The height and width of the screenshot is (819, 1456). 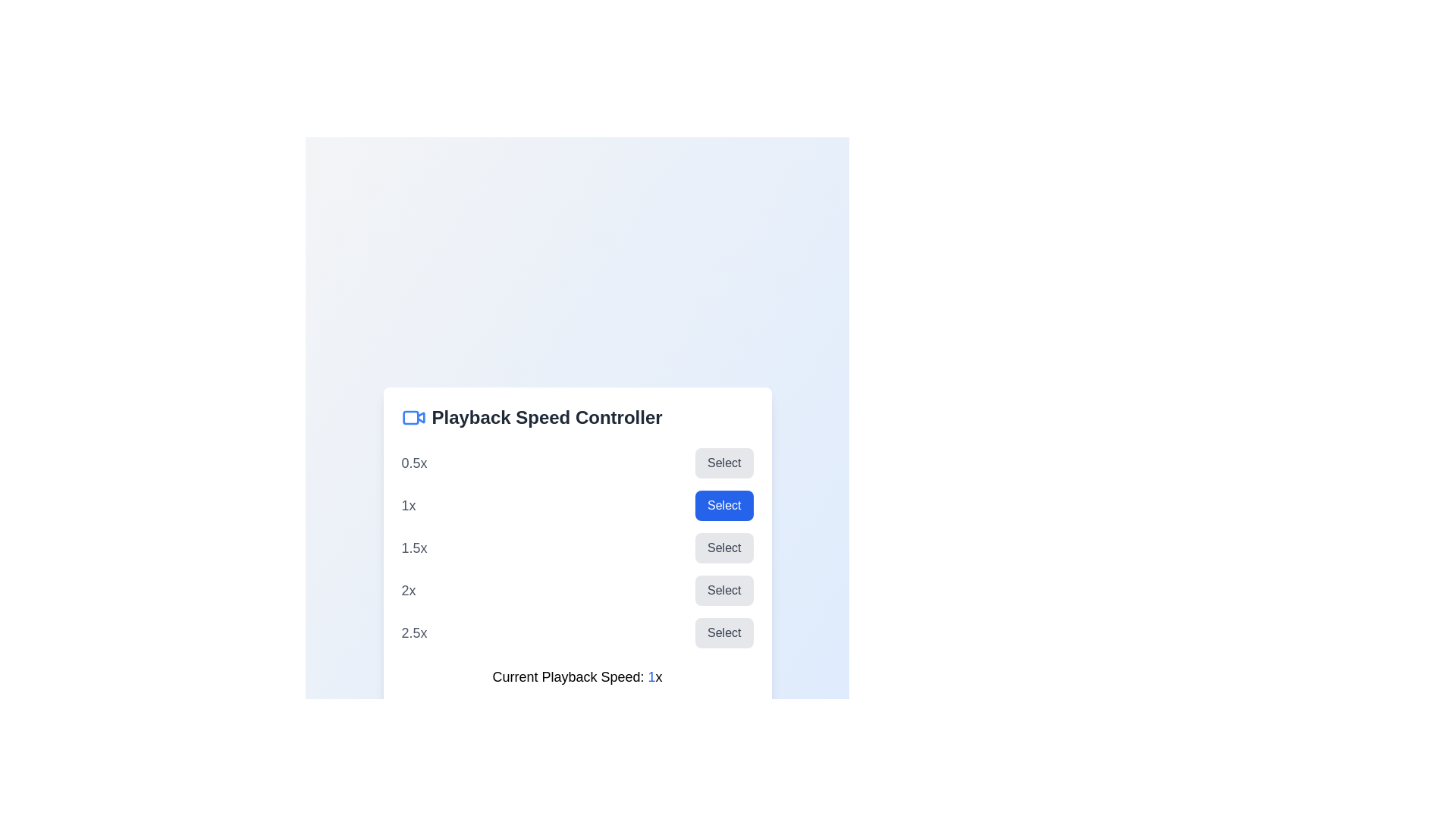 I want to click on the 'Select' button, which is a rectangular button with dark gray text on a light gray background, located at the bottom-right of the interface, adjacent to the '2.5x' label, so click(x=723, y=632).